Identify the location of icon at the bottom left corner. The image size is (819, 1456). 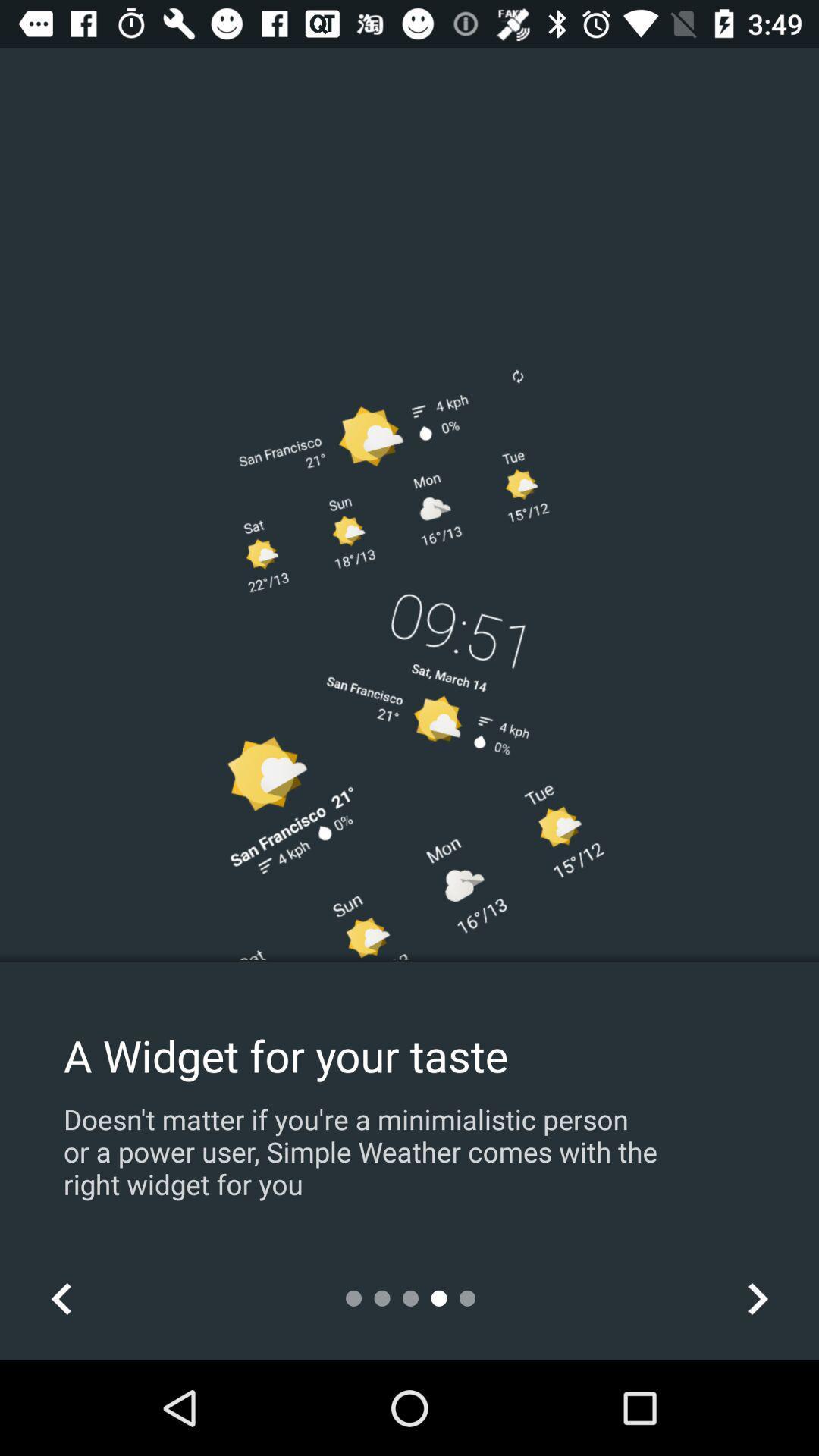
(61, 1298).